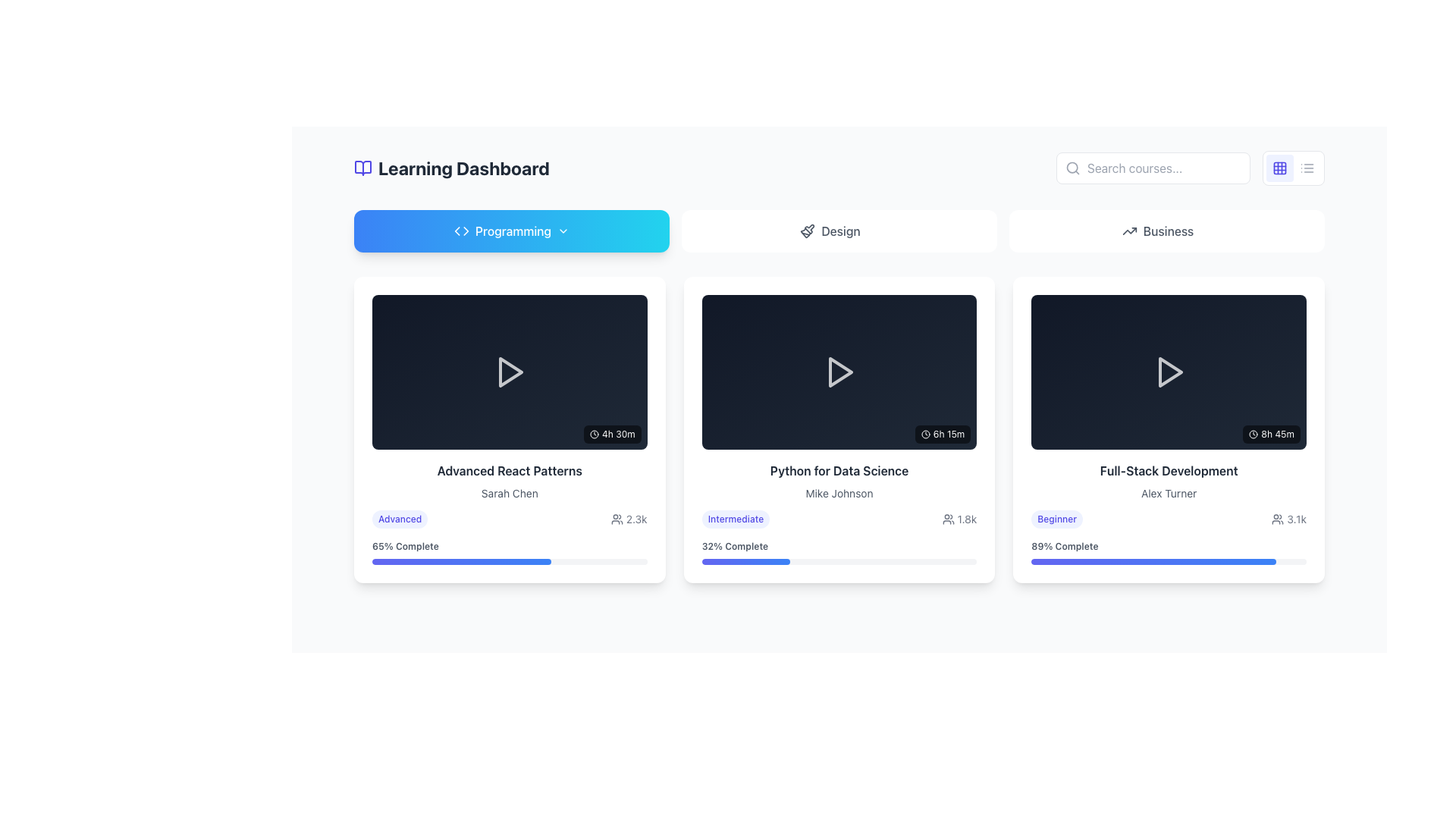 The image size is (1456, 819). Describe the element at coordinates (362, 168) in the screenshot. I see `the blue-indigo book icon located to the left of the 'Learning Dashboard' text in the header section` at that location.